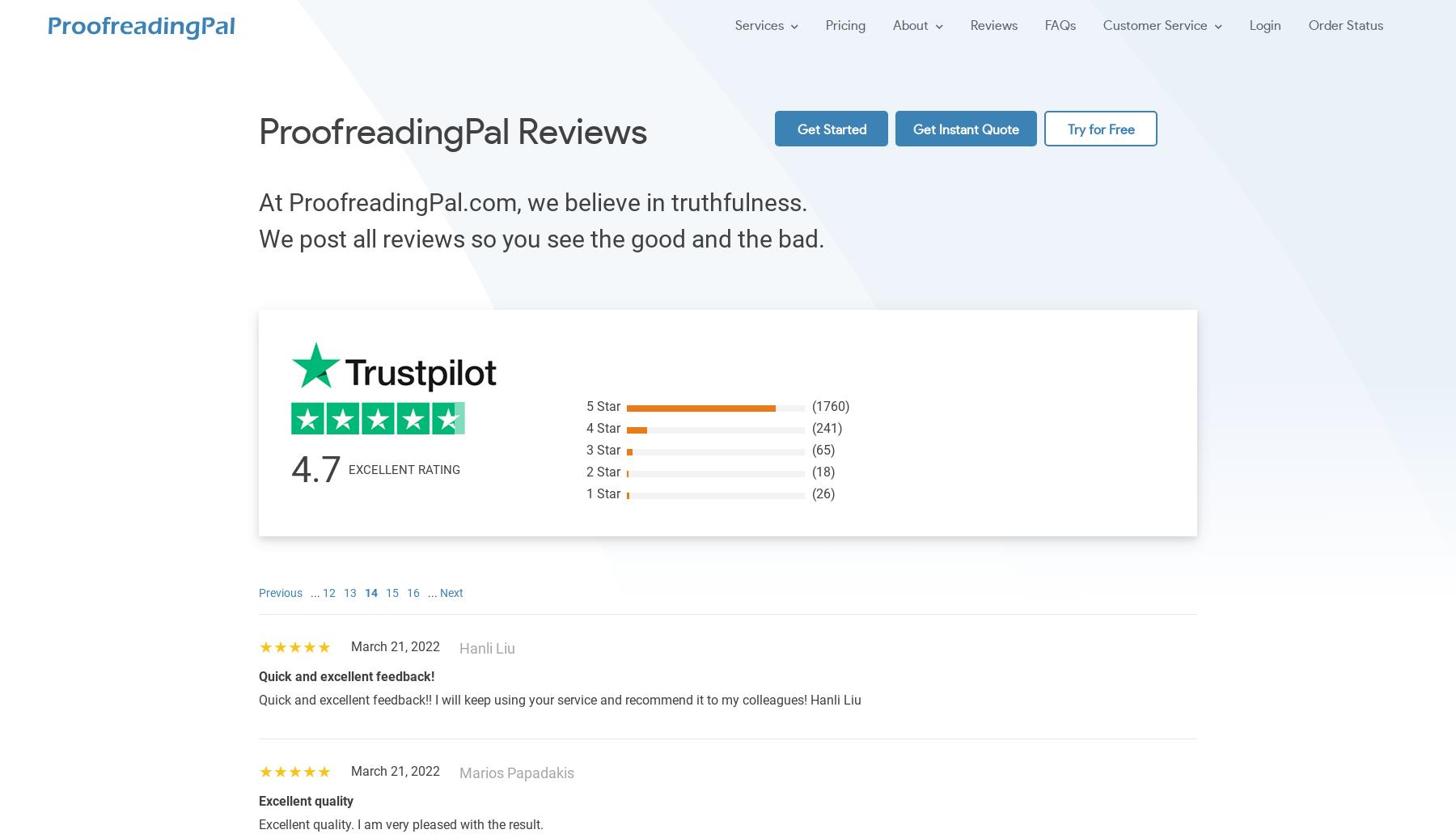 This screenshot has width=1456, height=834. I want to click on '(18)', so click(811, 471).